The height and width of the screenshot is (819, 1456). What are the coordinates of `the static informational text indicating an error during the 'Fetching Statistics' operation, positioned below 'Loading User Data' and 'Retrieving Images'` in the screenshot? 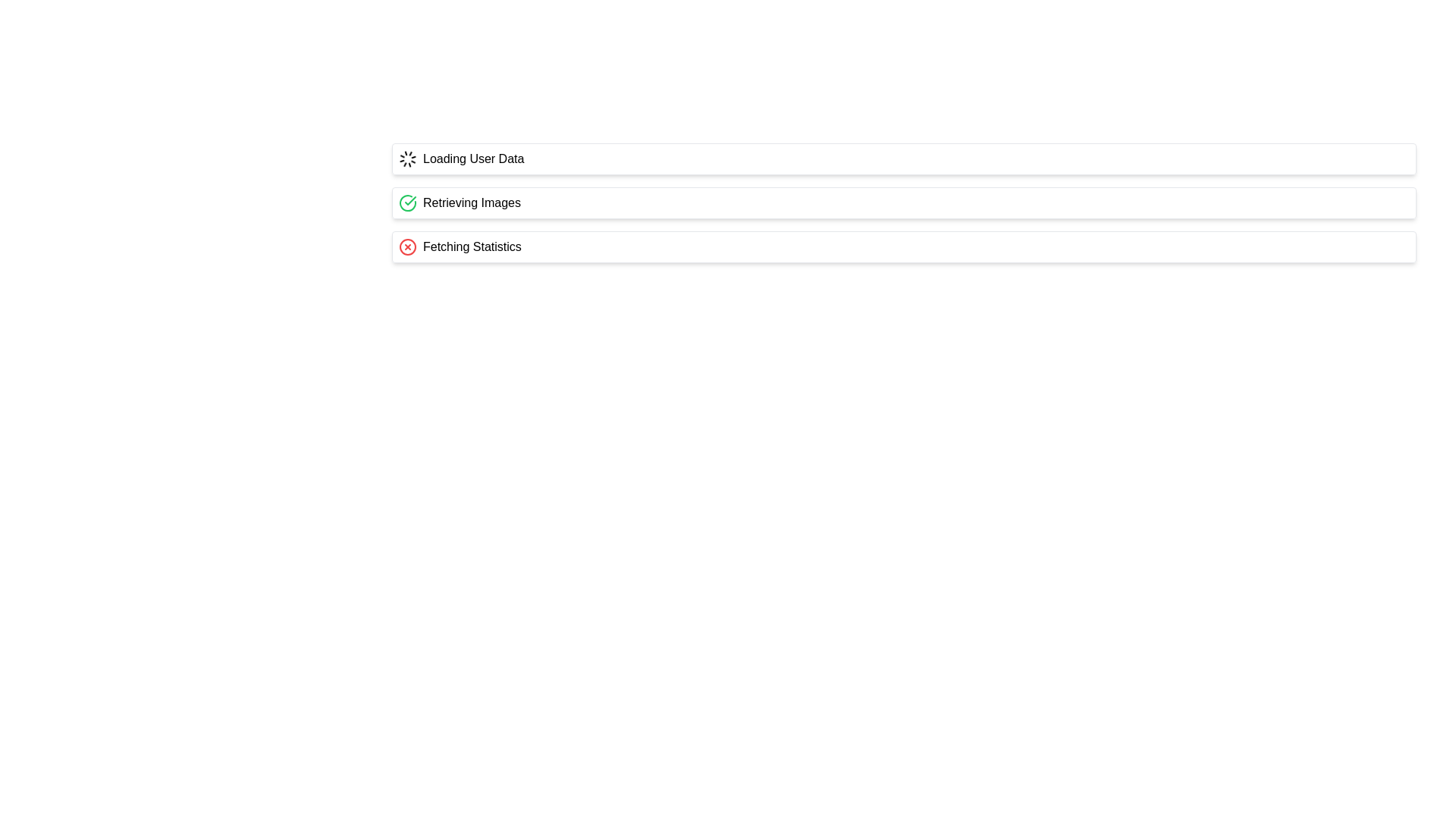 It's located at (459, 246).